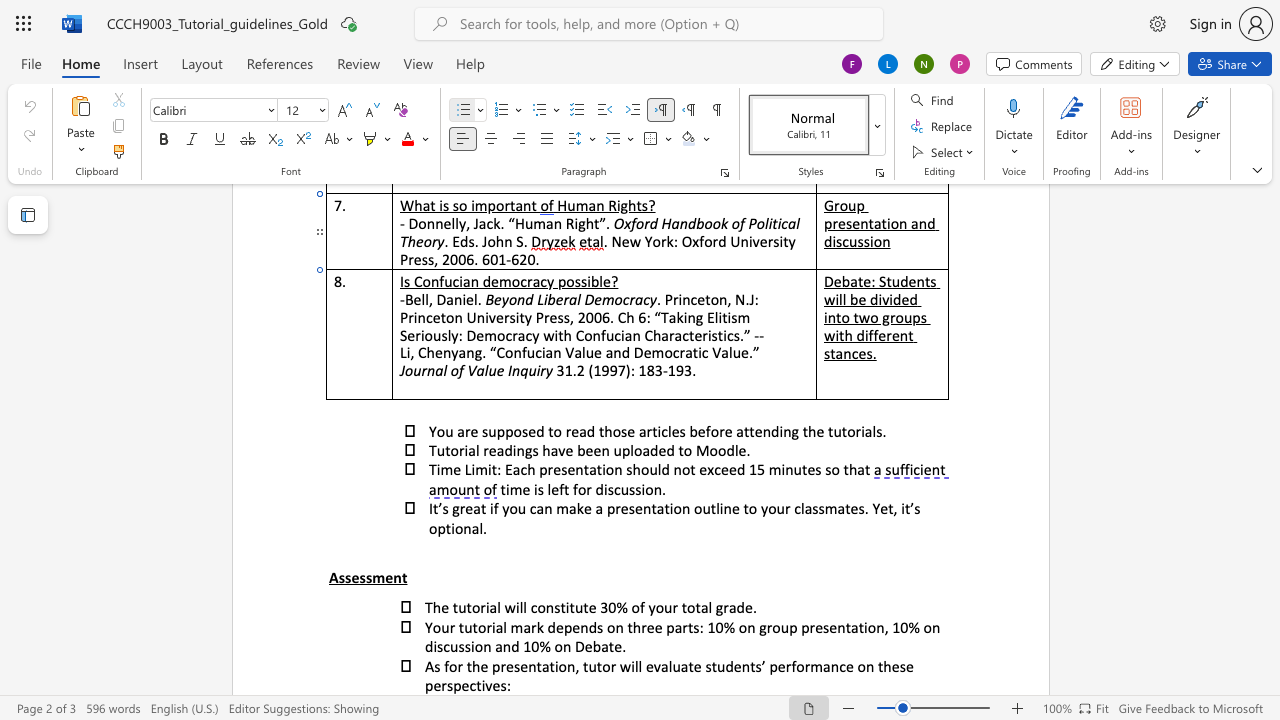 Image resolution: width=1280 pixels, height=720 pixels. What do you see at coordinates (680, 666) in the screenshot?
I see `the space between the continuous character "u" and "a" in the text` at bounding box center [680, 666].